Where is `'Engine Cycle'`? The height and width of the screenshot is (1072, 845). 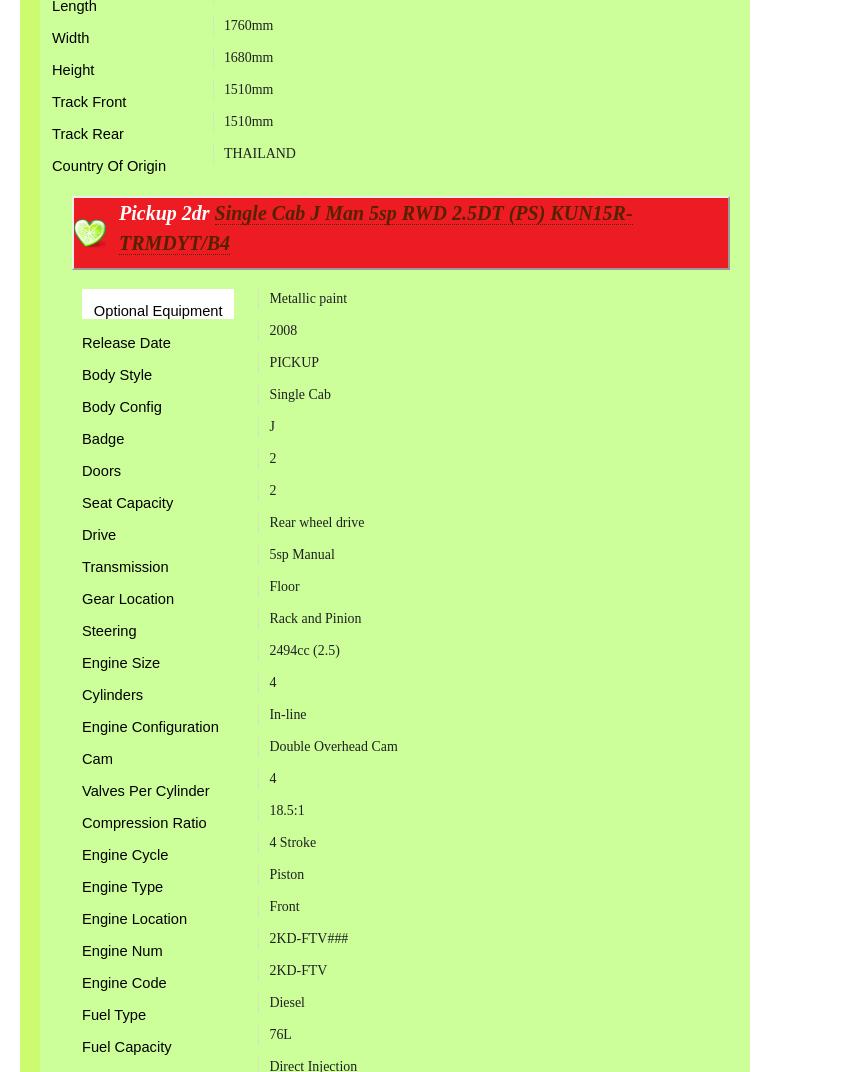 'Engine Cycle' is located at coordinates (80, 852).